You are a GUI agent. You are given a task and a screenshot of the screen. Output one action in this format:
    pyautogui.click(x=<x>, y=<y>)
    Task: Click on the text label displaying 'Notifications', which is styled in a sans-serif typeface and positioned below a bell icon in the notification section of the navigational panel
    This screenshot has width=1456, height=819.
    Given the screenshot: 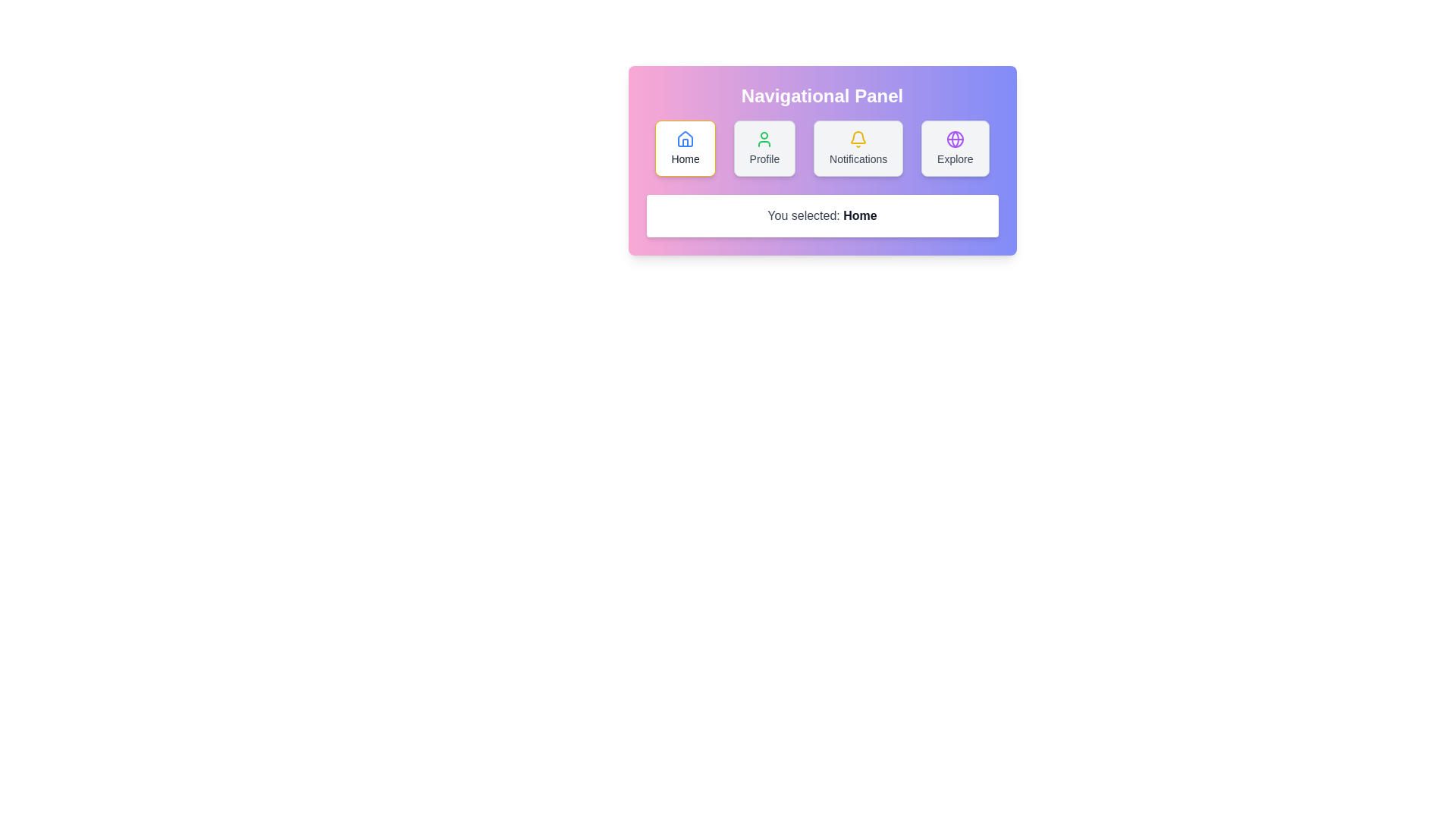 What is the action you would take?
    pyautogui.click(x=858, y=158)
    